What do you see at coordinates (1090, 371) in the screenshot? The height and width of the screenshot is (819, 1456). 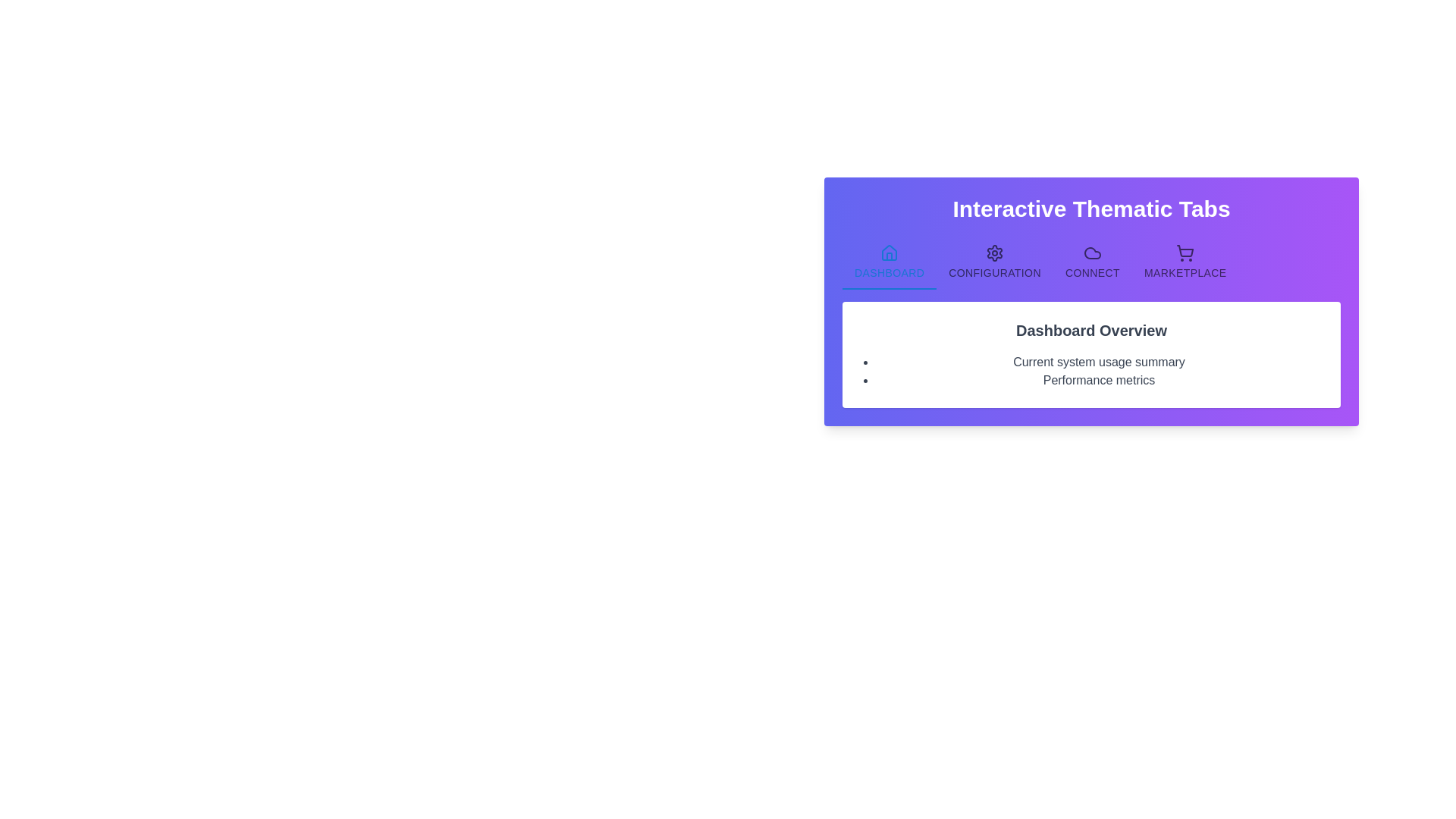 I see `the two-line bulleted list displaying 'Current system usage summary' and 'Performance metrics' located beneath the 'Dashboard Overview' heading` at bounding box center [1090, 371].